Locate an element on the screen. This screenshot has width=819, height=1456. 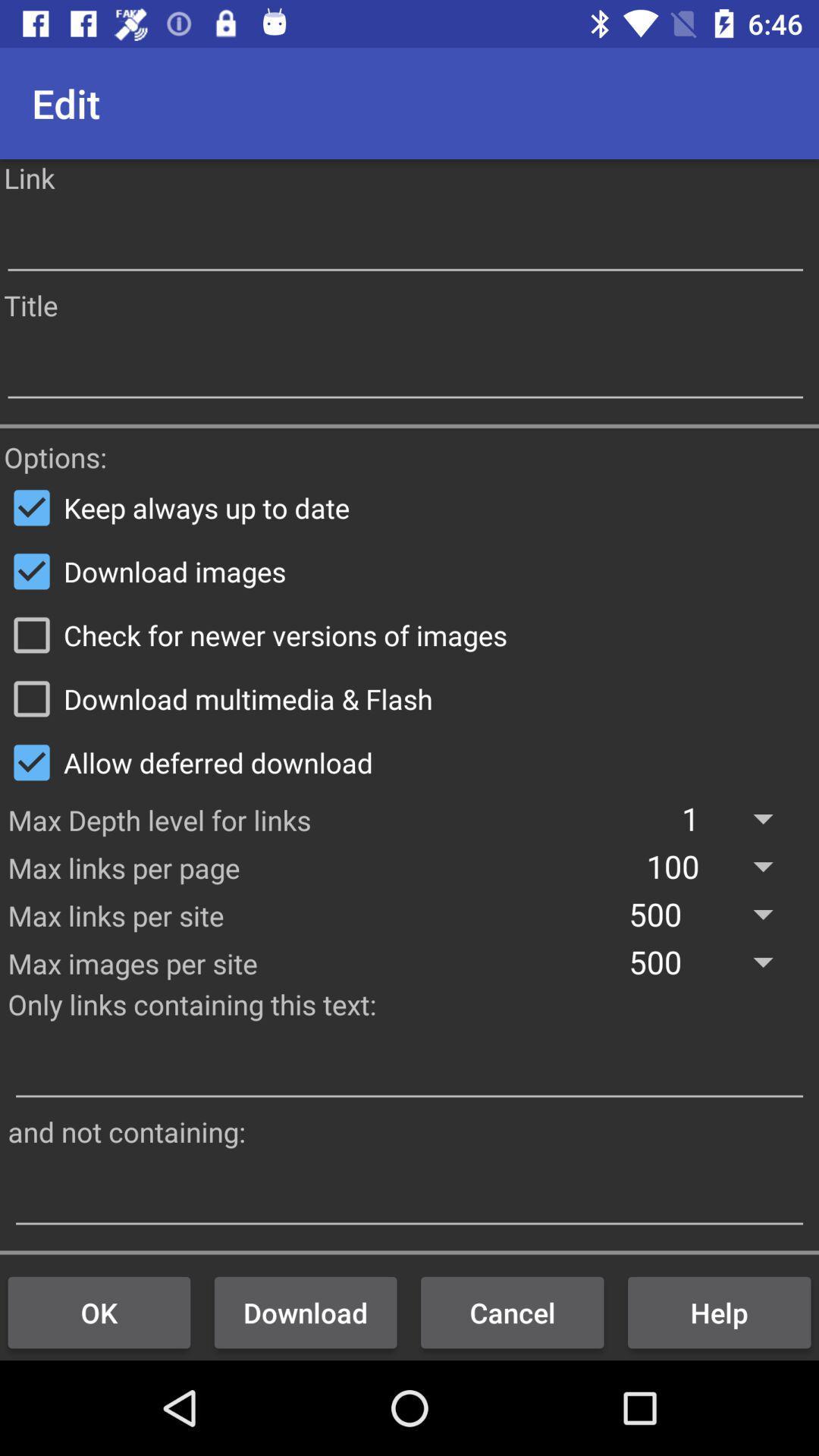
the download images item is located at coordinates (409, 570).